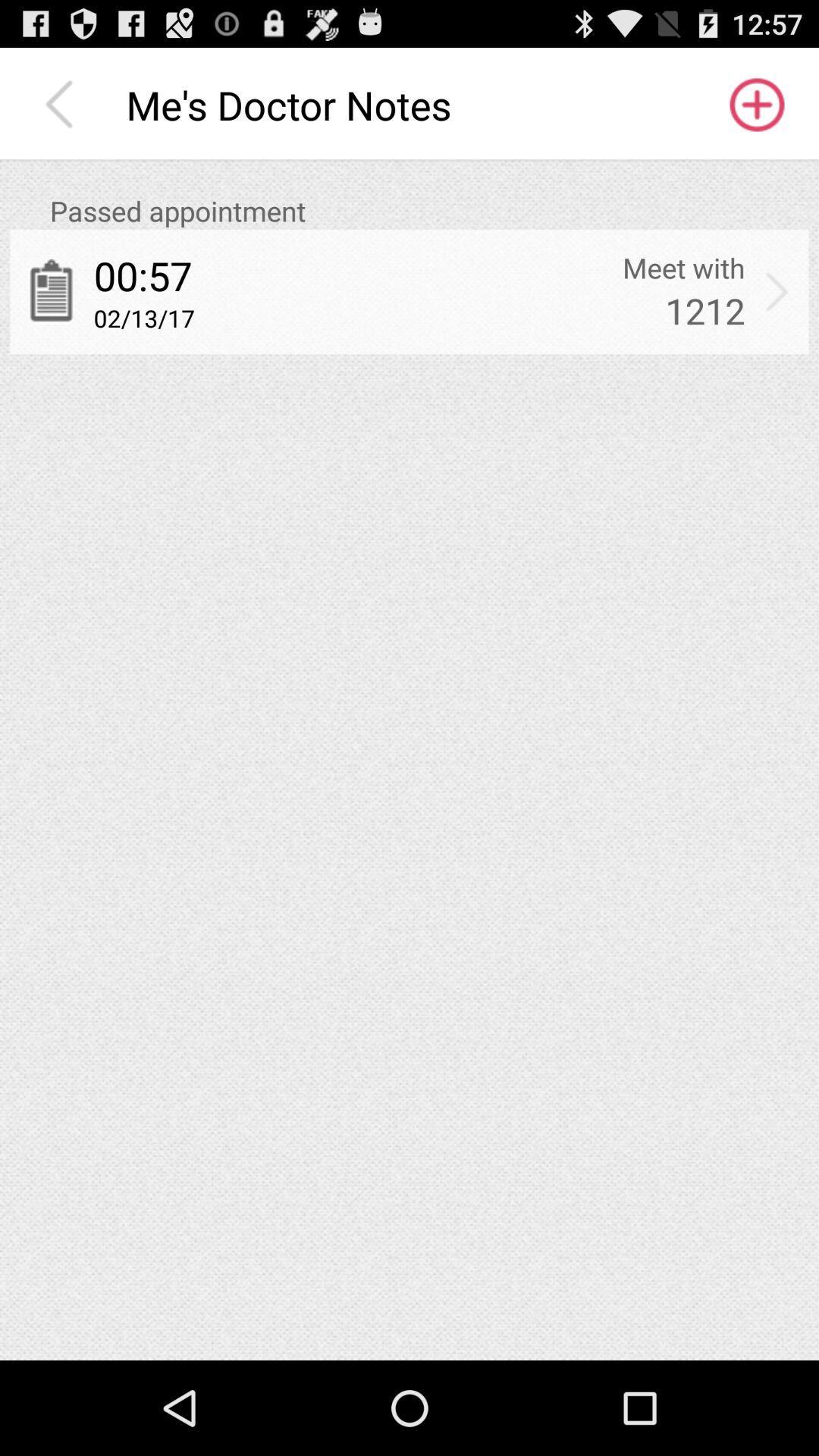 The height and width of the screenshot is (1456, 819). Describe the element at coordinates (704, 309) in the screenshot. I see `item below the meet with icon` at that location.